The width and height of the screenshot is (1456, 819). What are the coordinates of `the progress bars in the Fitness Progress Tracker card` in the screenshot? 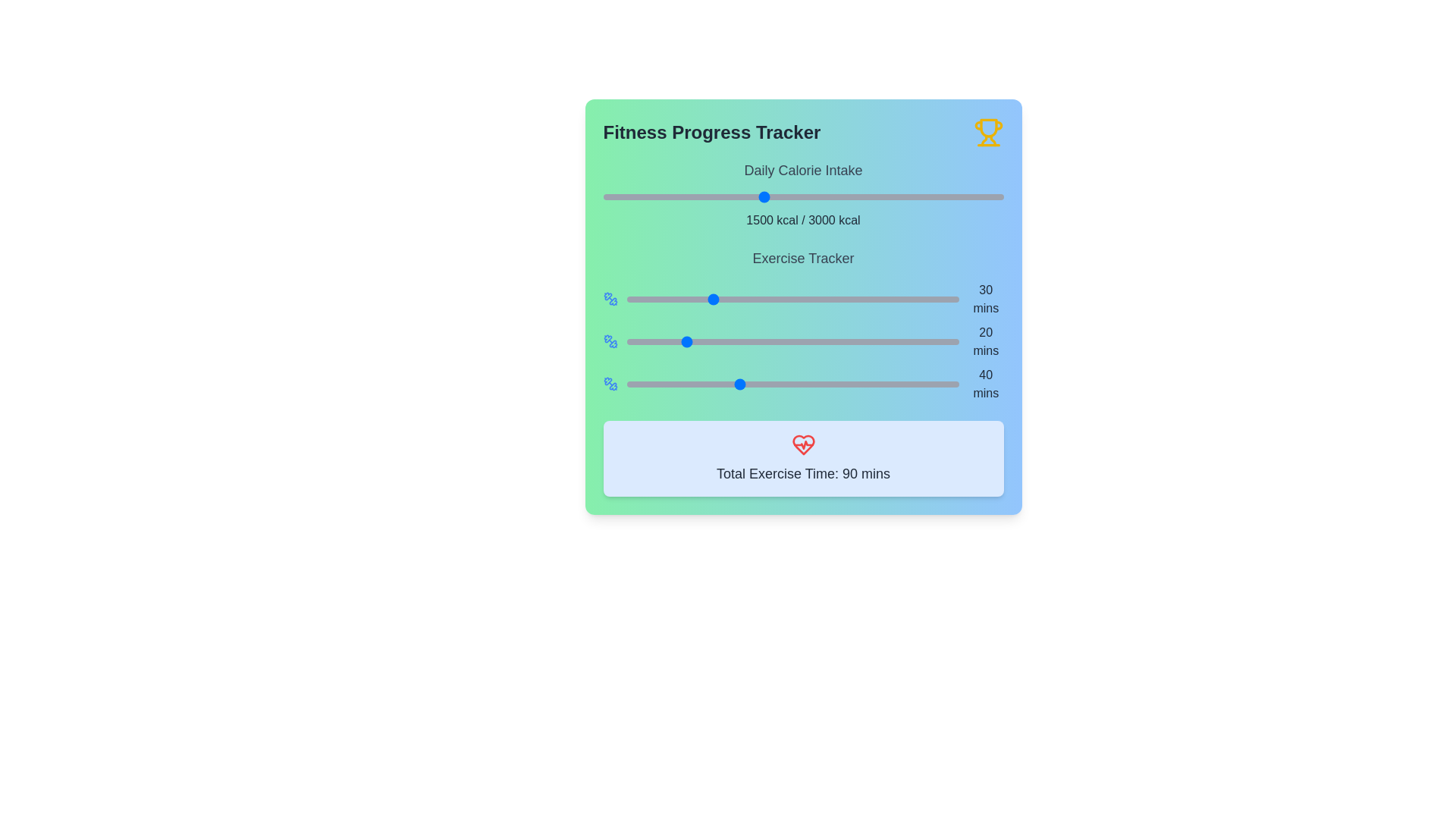 It's located at (802, 324).